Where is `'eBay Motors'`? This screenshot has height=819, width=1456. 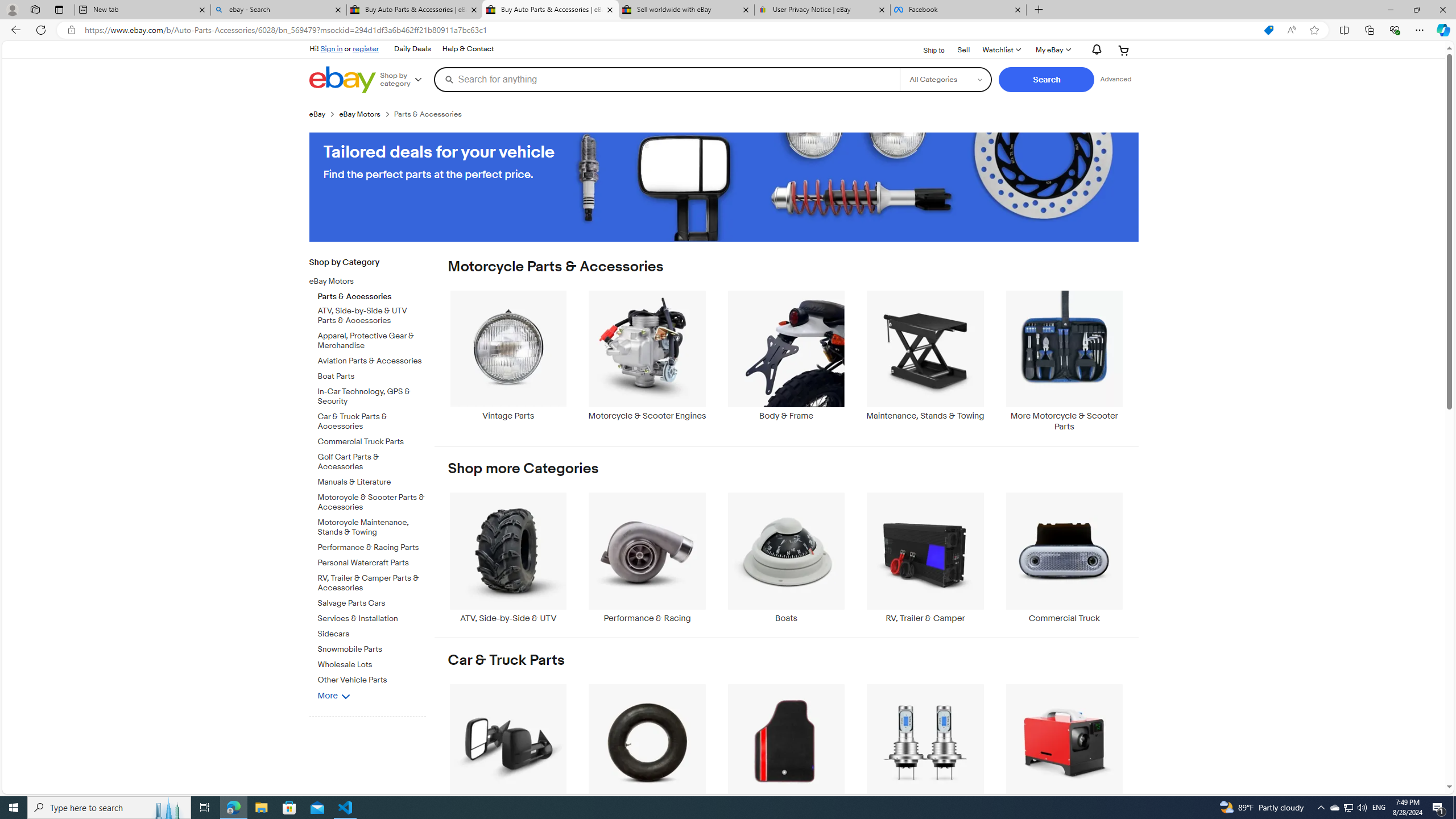
'eBay Motors' is located at coordinates (371, 279).